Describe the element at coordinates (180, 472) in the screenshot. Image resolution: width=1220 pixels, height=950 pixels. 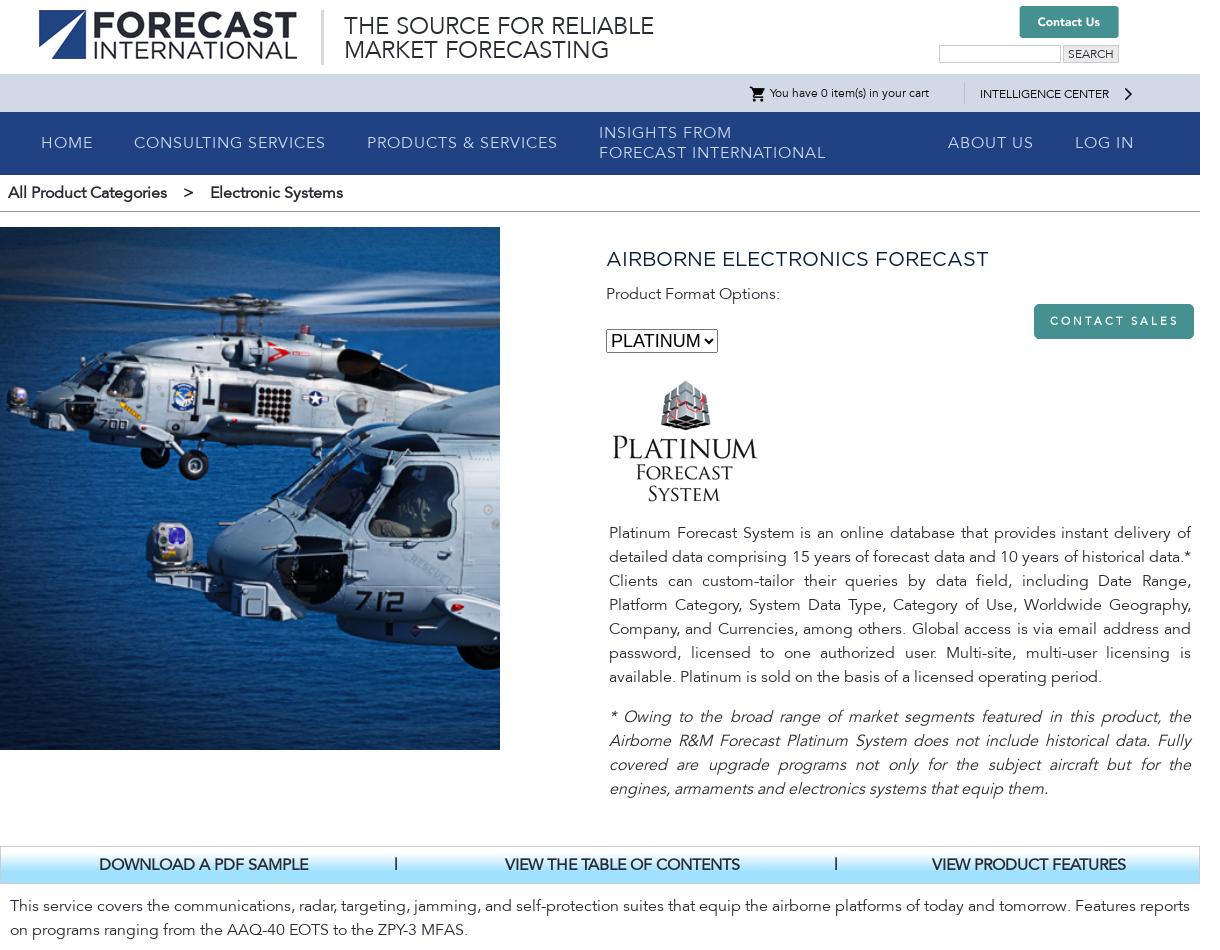
I see `'"Client Query Number"'` at that location.